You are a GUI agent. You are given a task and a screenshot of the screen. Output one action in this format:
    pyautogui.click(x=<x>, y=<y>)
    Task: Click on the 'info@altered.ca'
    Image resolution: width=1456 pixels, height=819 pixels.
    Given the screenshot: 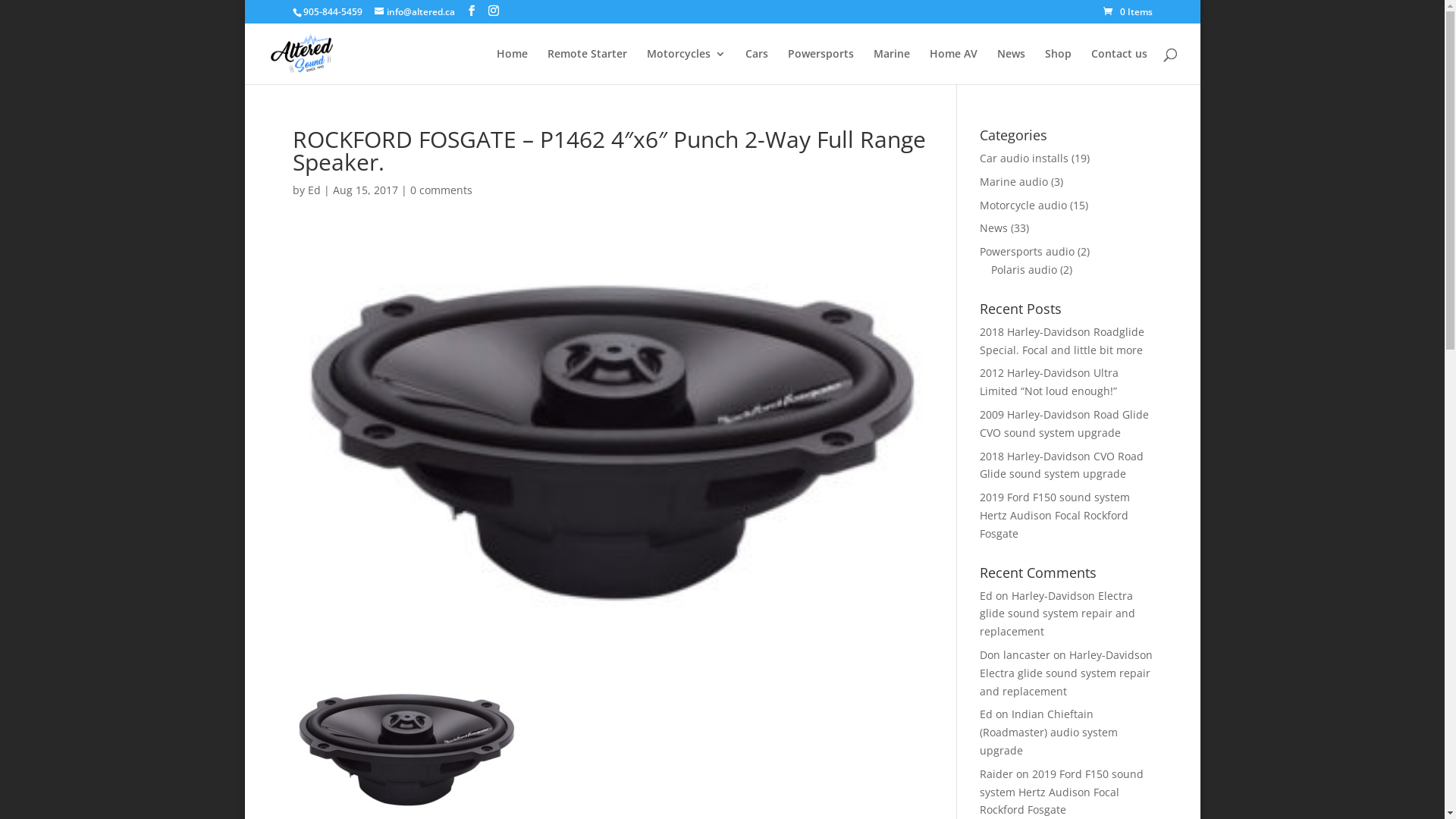 What is the action you would take?
    pyautogui.click(x=415, y=11)
    